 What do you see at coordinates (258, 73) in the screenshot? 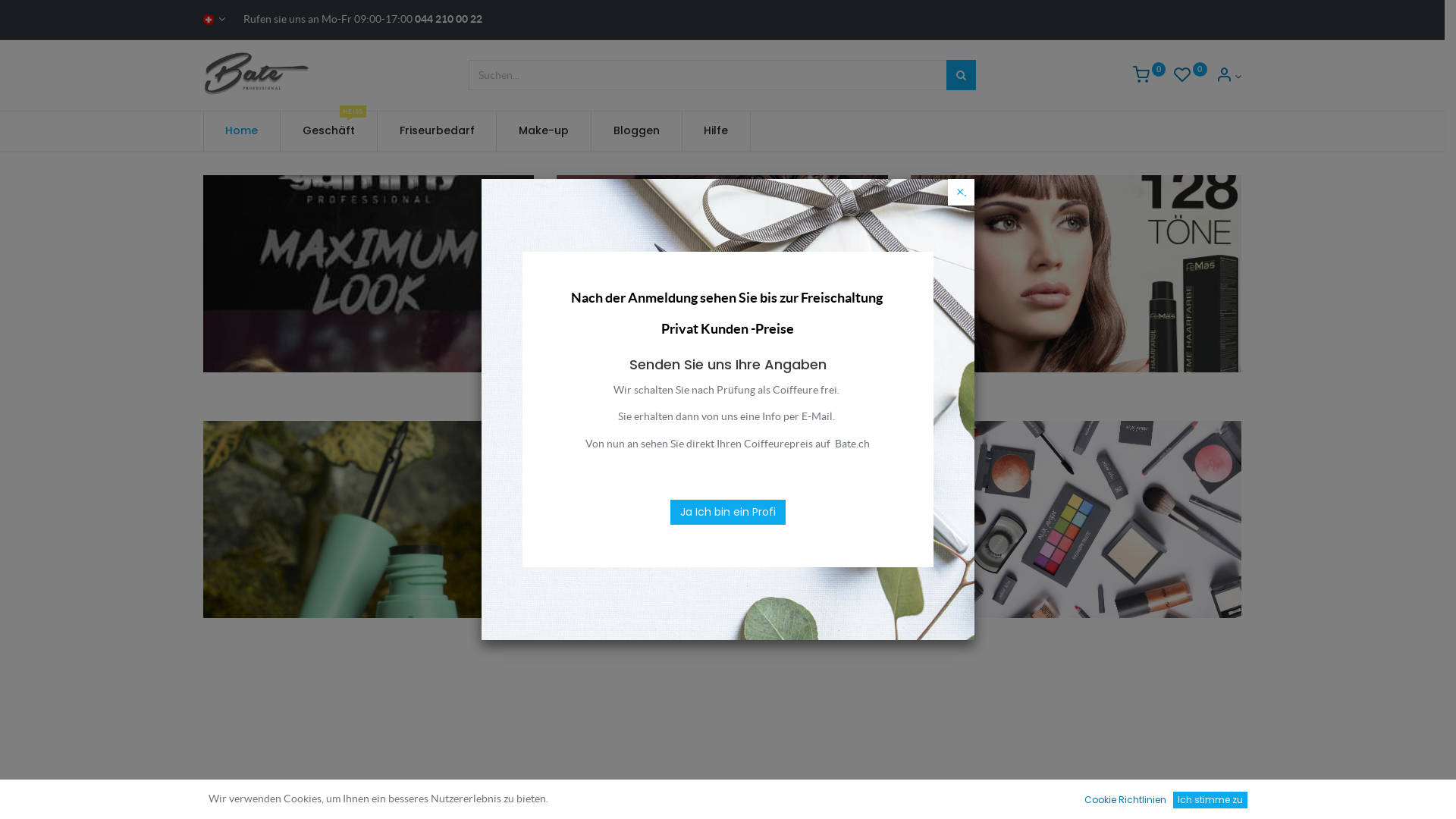
I see `'Bate Professional'` at bounding box center [258, 73].